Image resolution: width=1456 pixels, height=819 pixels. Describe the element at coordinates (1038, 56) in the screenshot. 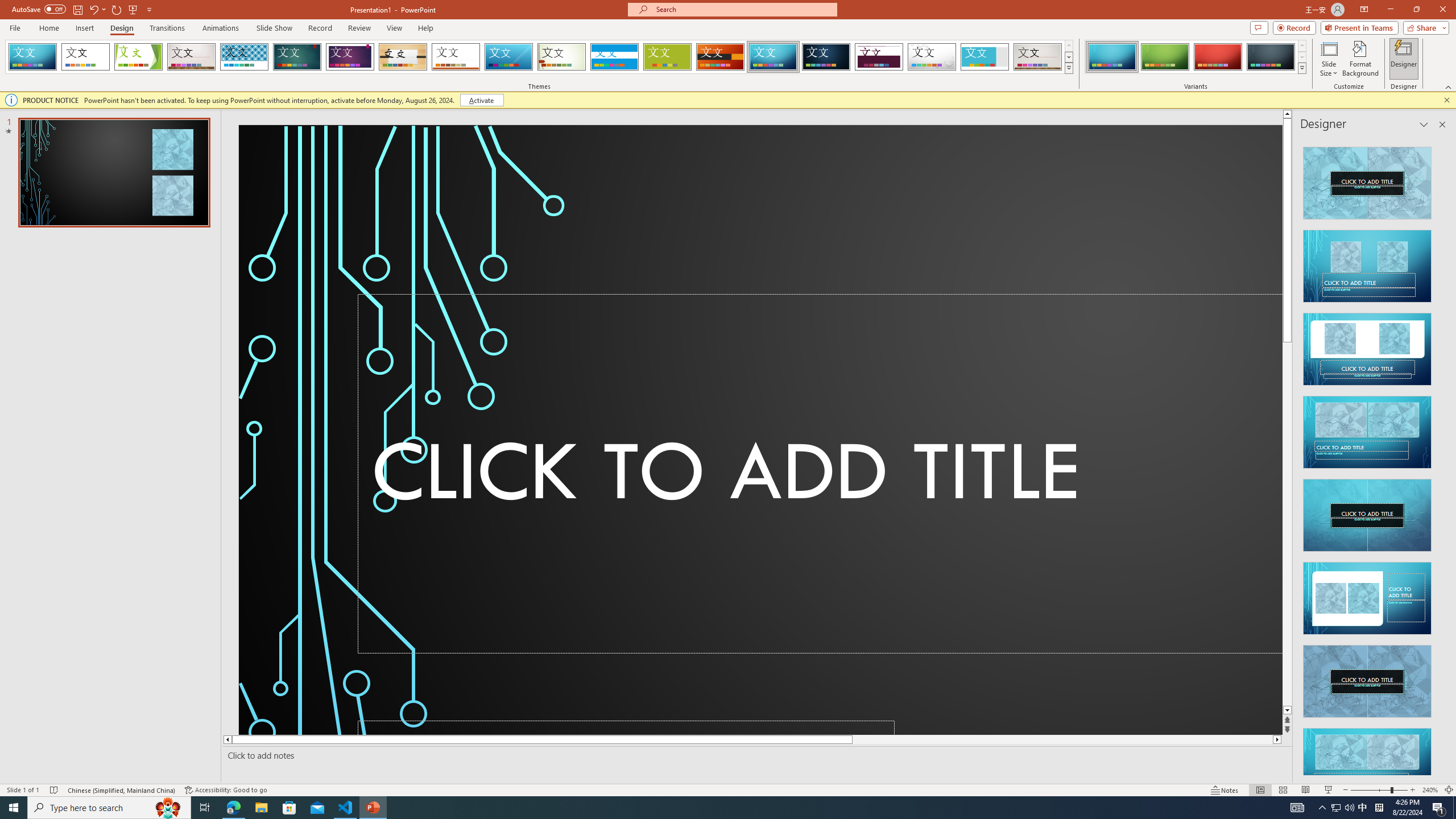

I see `'Gallery'` at that location.